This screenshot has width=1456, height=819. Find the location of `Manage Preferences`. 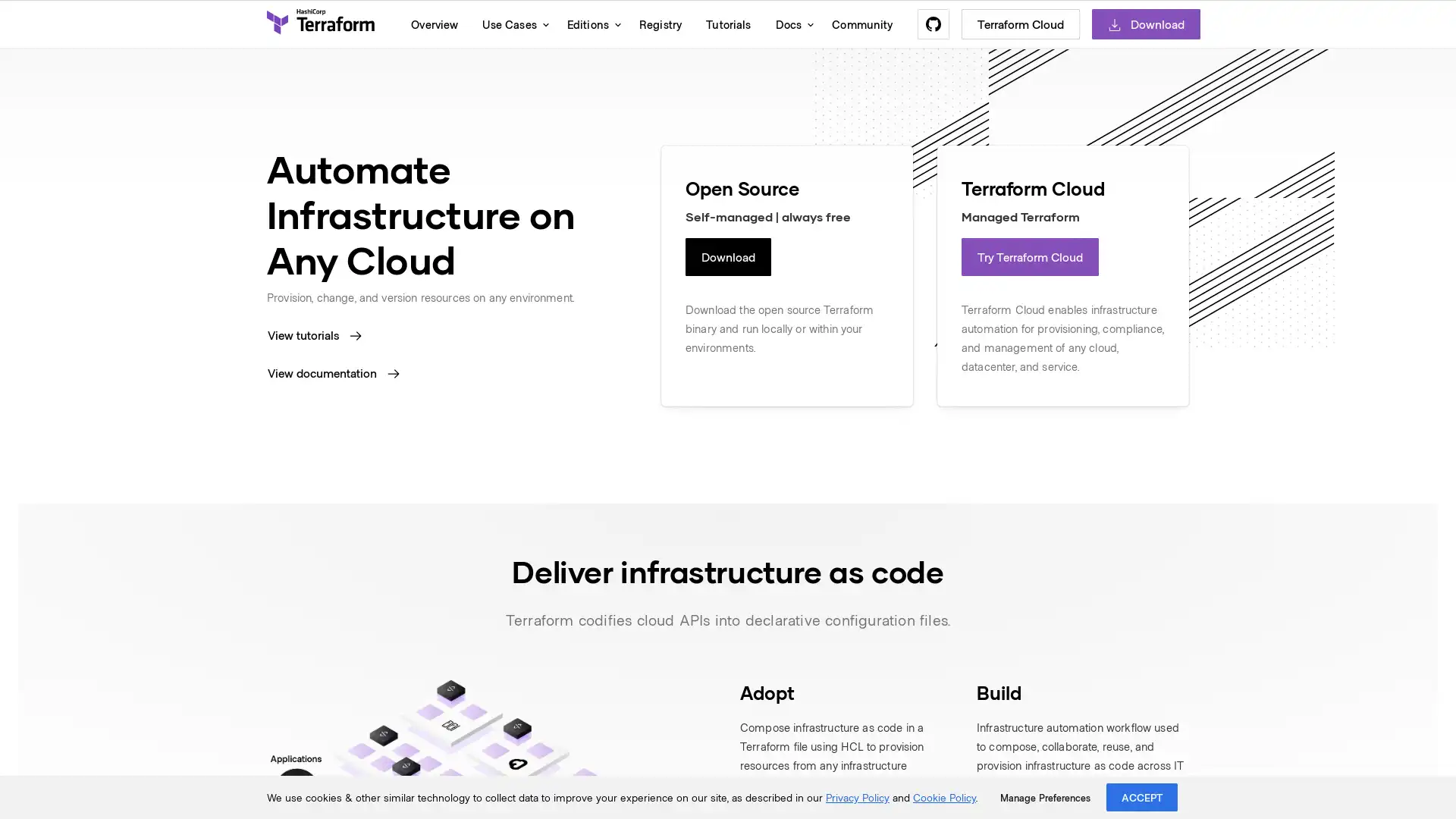

Manage Preferences is located at coordinates (1044, 797).